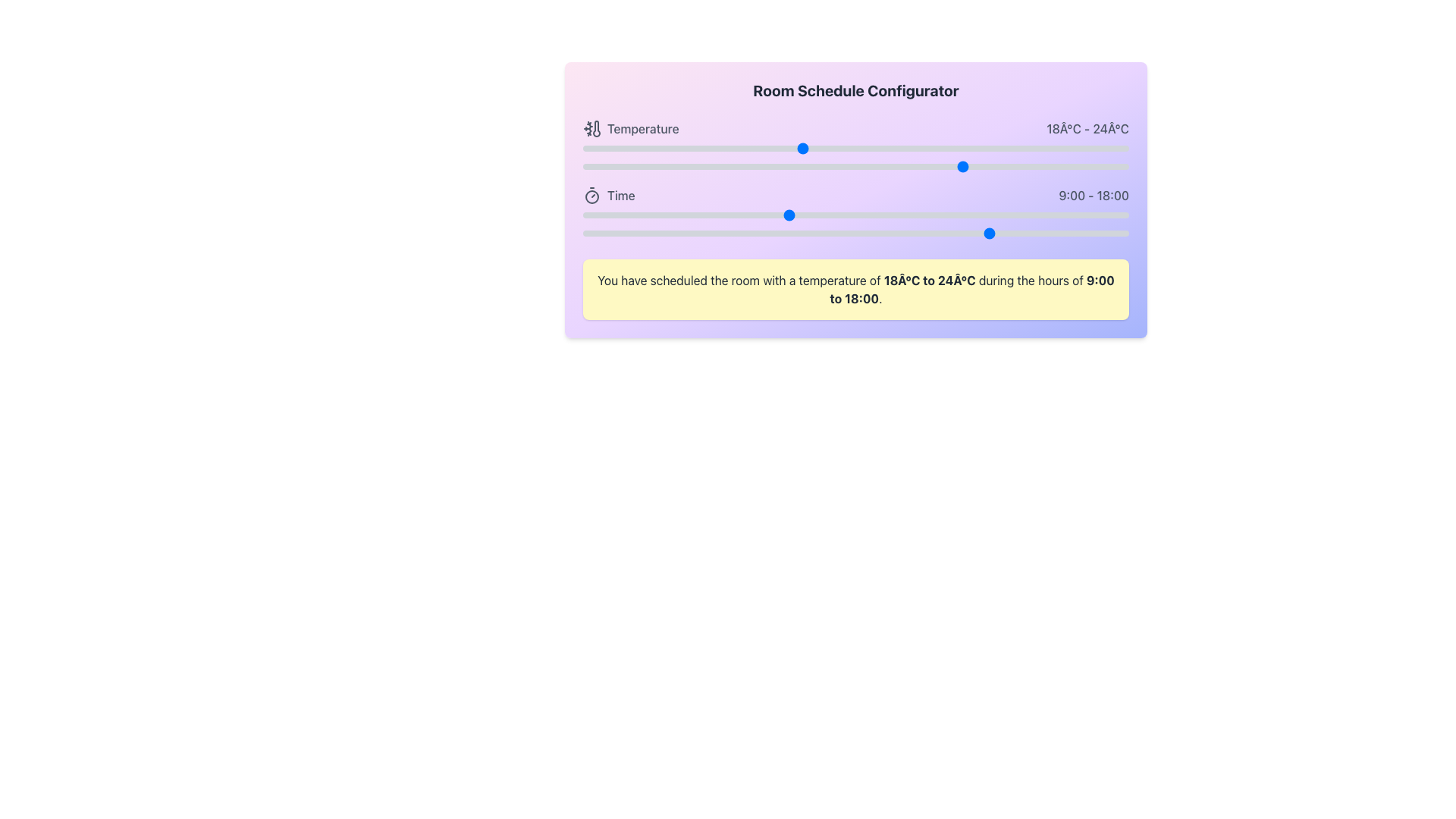 Image resolution: width=1456 pixels, height=819 pixels. I want to click on the slider, so click(800, 146).